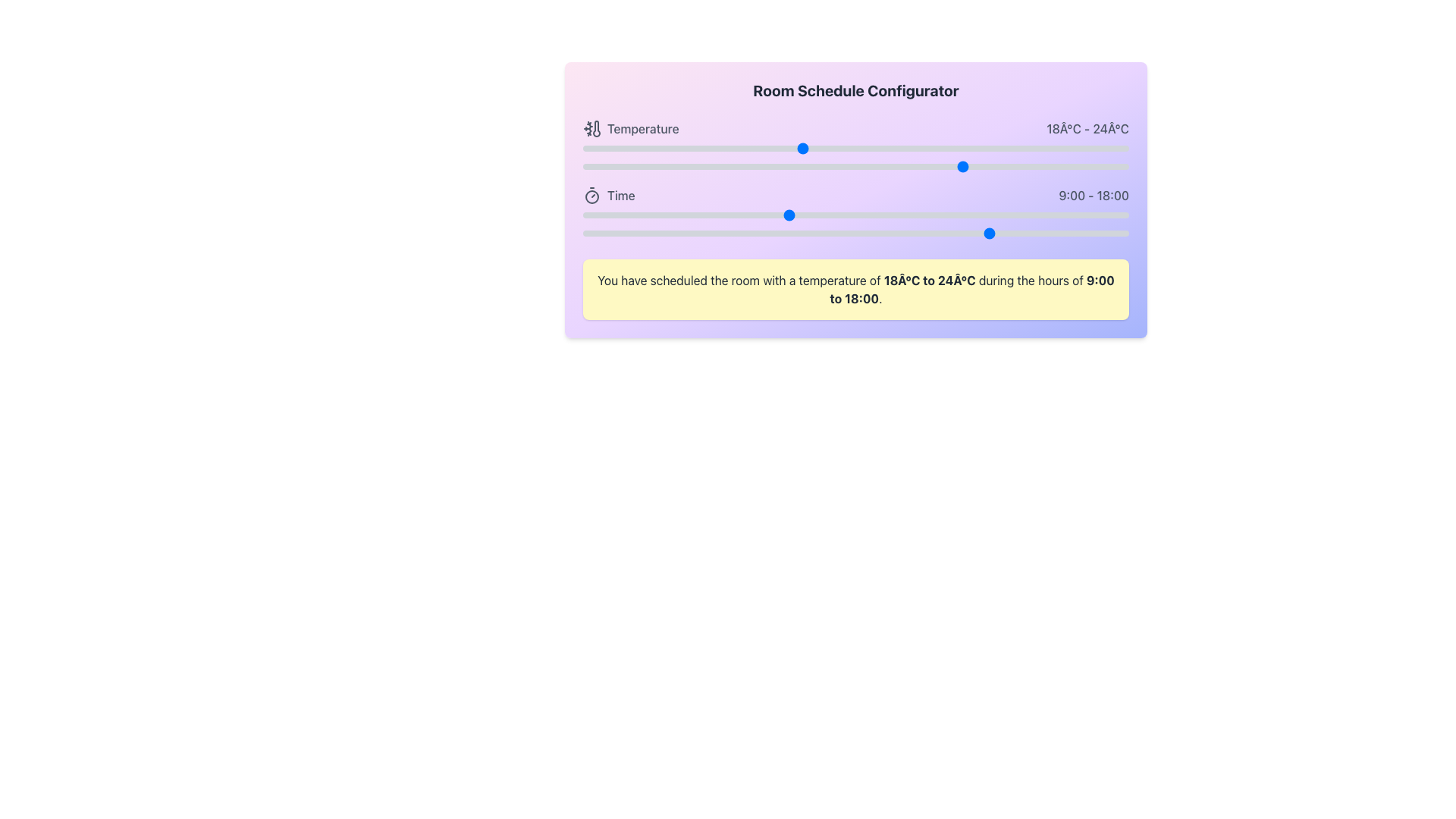 Image resolution: width=1456 pixels, height=819 pixels. I want to click on the slider, so click(800, 146).